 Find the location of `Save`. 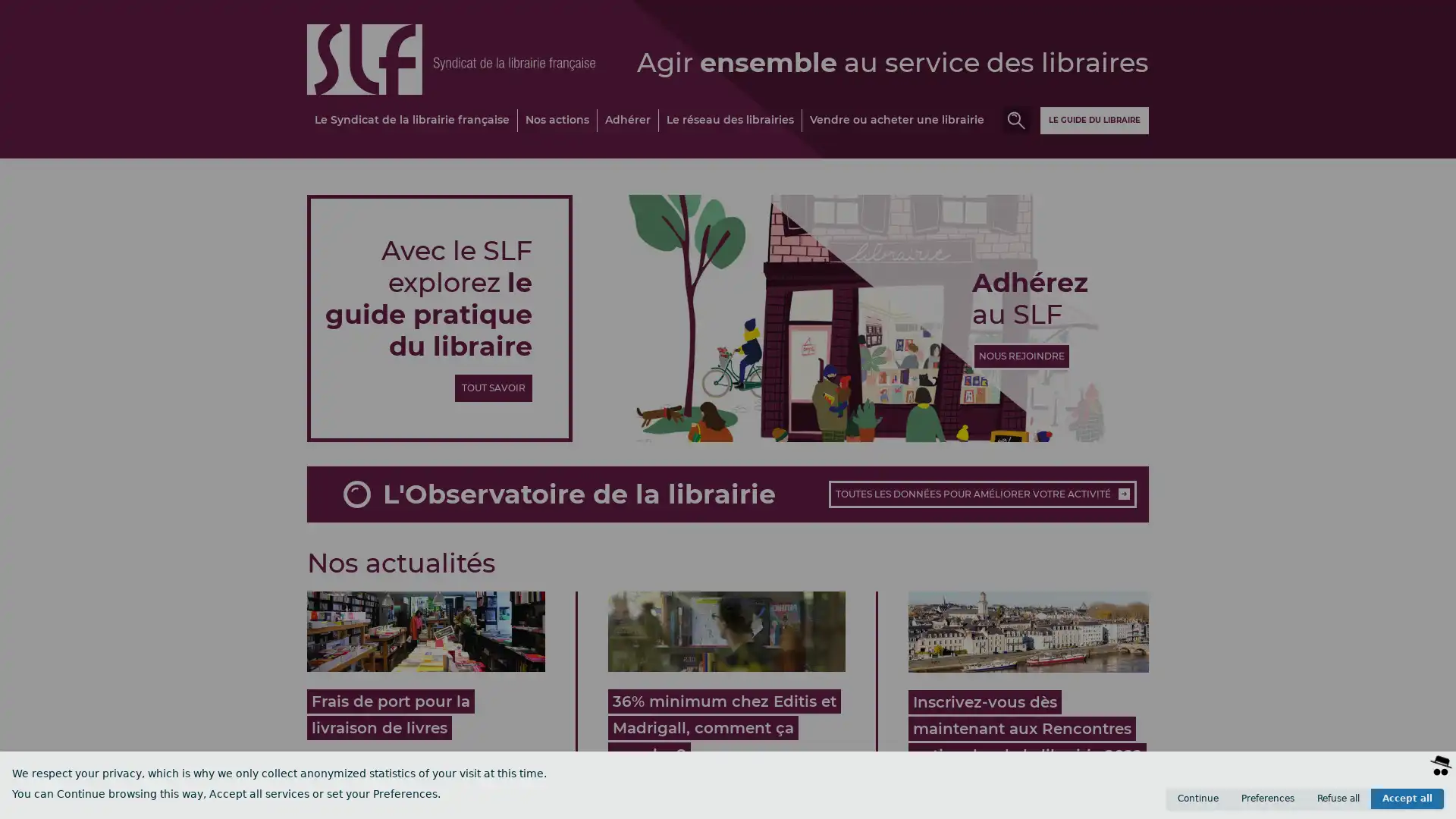

Save is located at coordinates (1419, 803).